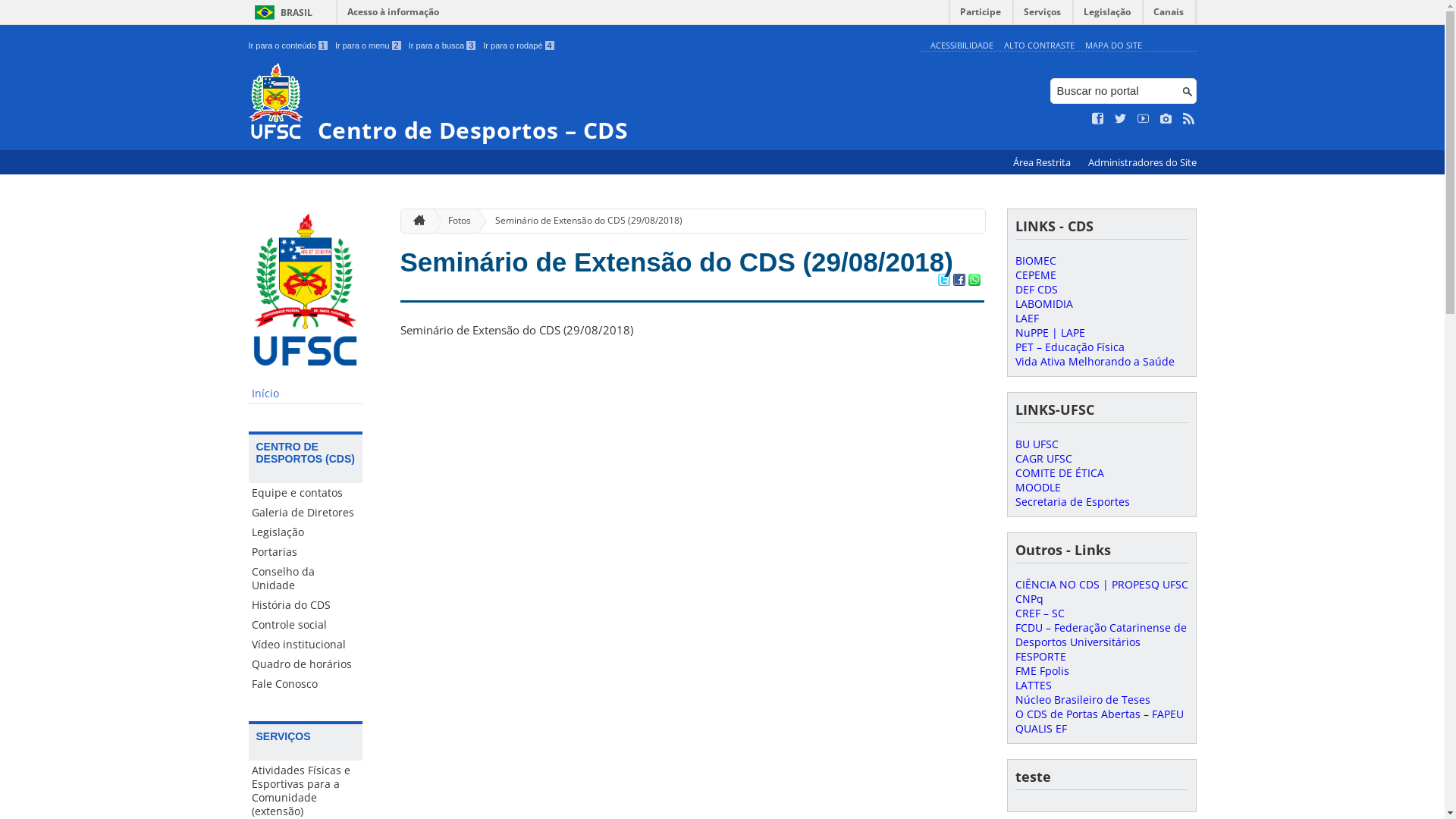 The height and width of the screenshot is (819, 1456). Describe the element at coordinates (960, 44) in the screenshot. I see `'ACESSIBILIDADE'` at that location.